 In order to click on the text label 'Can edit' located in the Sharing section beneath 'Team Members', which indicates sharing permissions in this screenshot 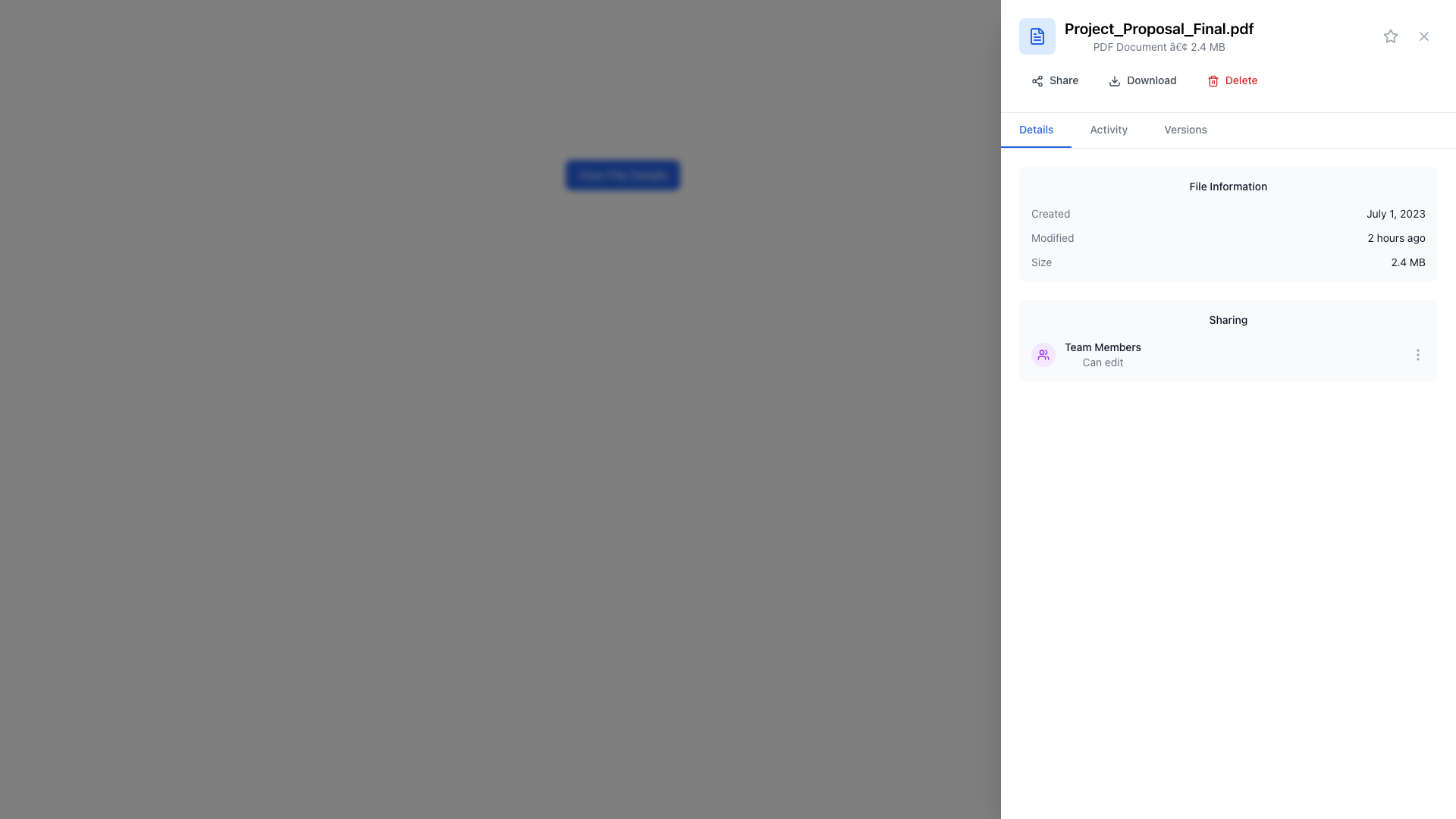, I will do `click(1103, 362)`.